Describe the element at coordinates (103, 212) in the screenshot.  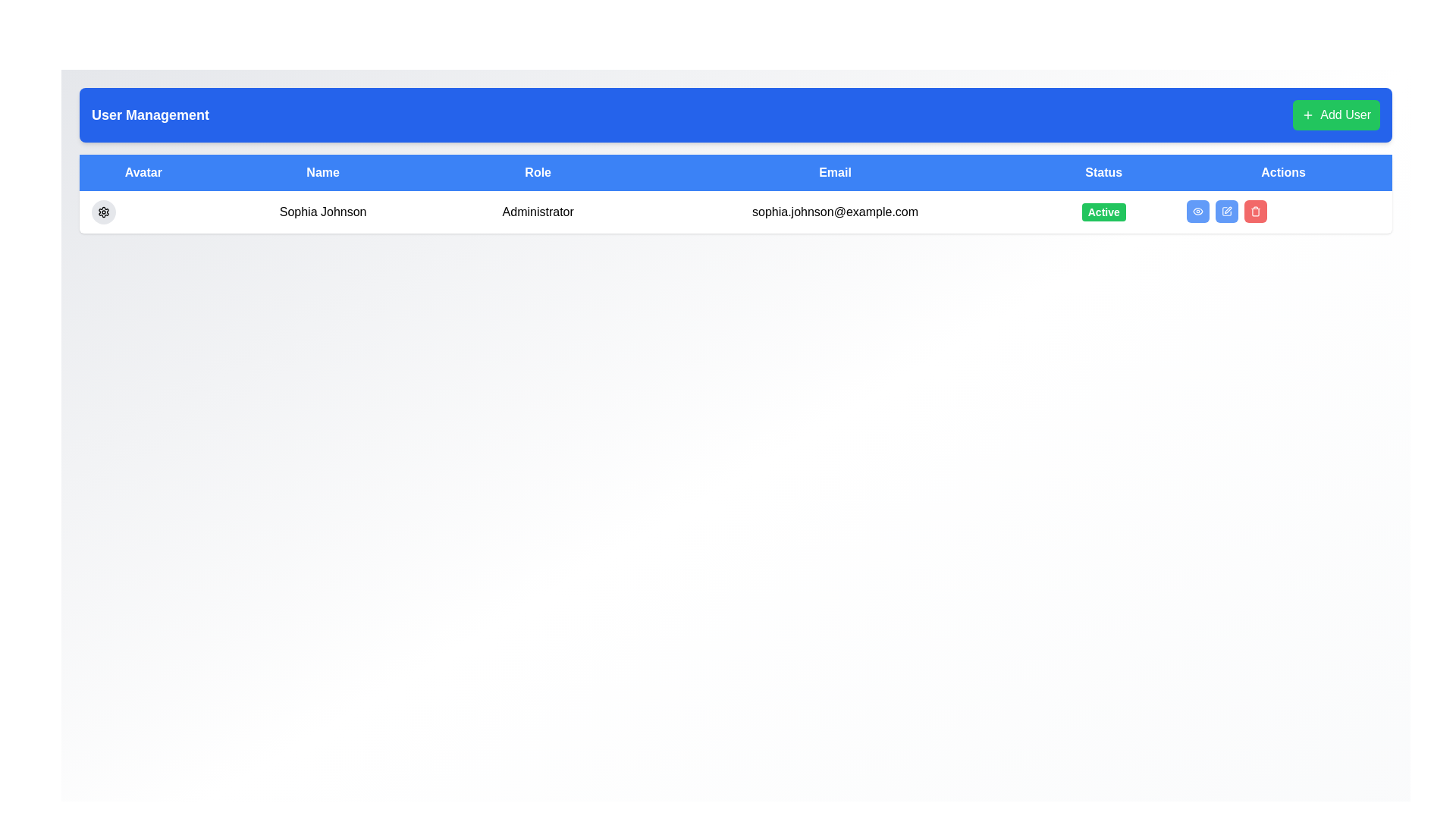
I see `the circular settings icon with a gray background and gear symbol located in the 'Avatar' column of the 'User Management' table, first row` at that location.